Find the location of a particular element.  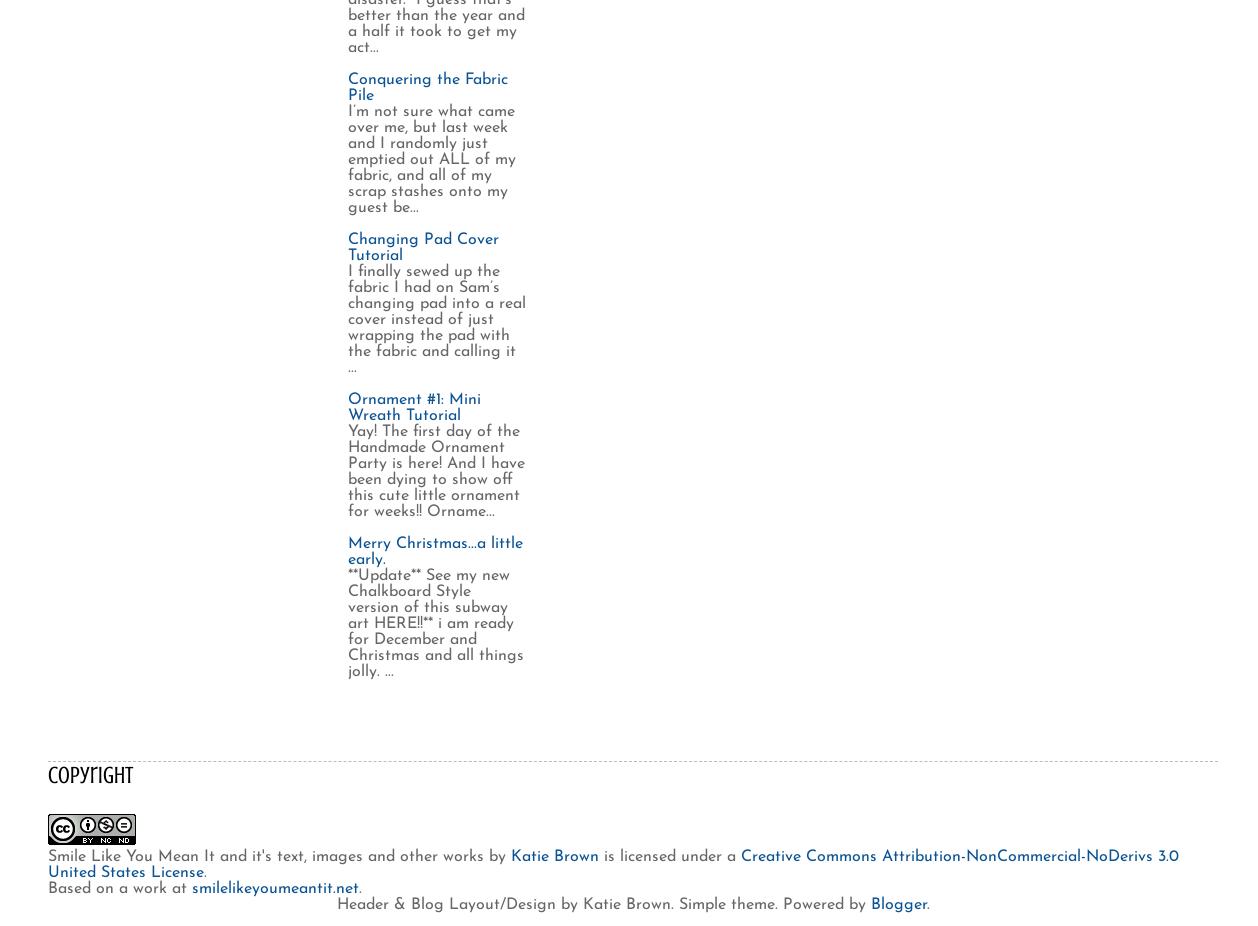

'Katie Brown' is located at coordinates (509, 855).